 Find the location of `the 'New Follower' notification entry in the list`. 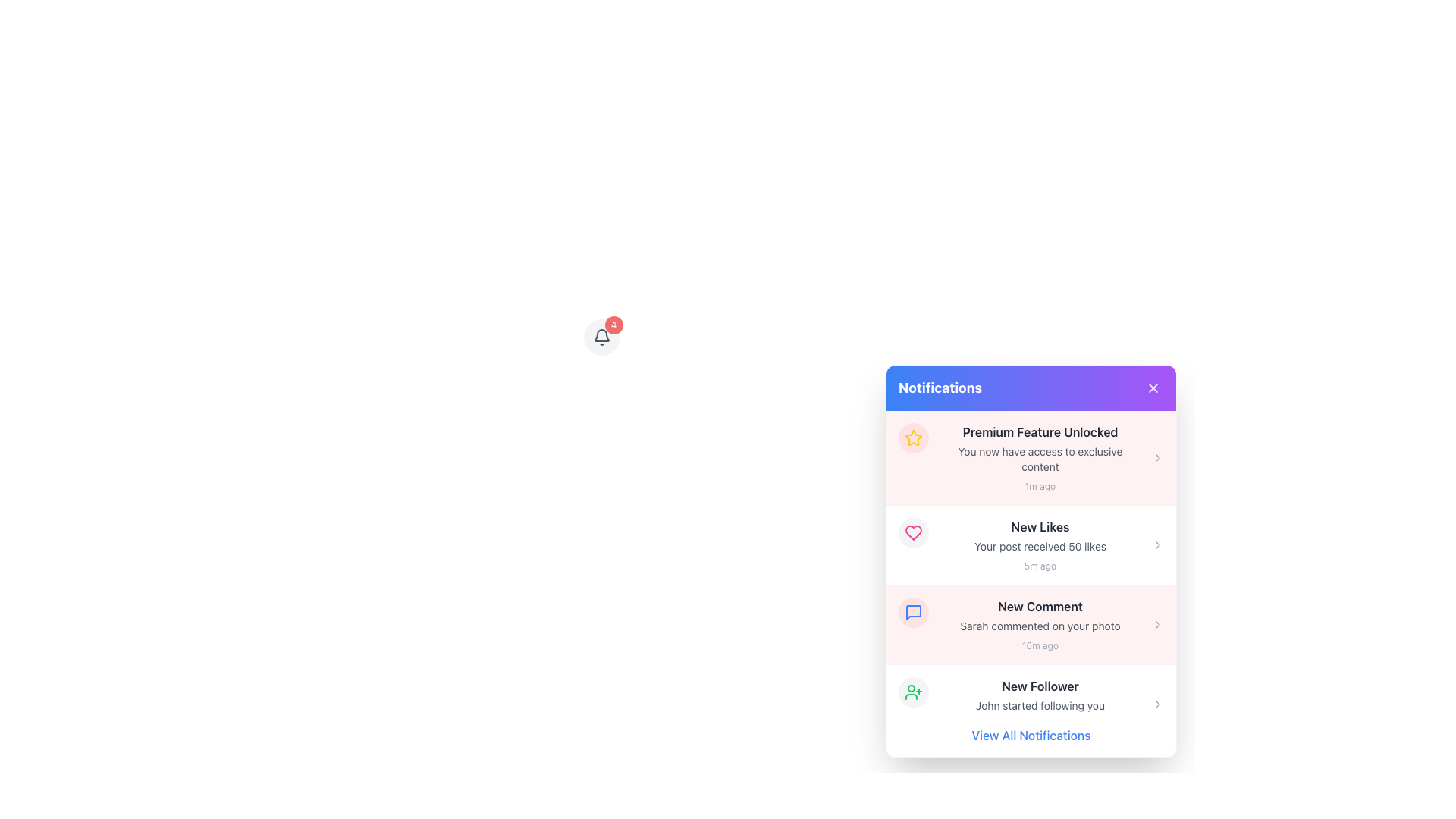

the 'New Follower' notification entry in the list is located at coordinates (1031, 704).